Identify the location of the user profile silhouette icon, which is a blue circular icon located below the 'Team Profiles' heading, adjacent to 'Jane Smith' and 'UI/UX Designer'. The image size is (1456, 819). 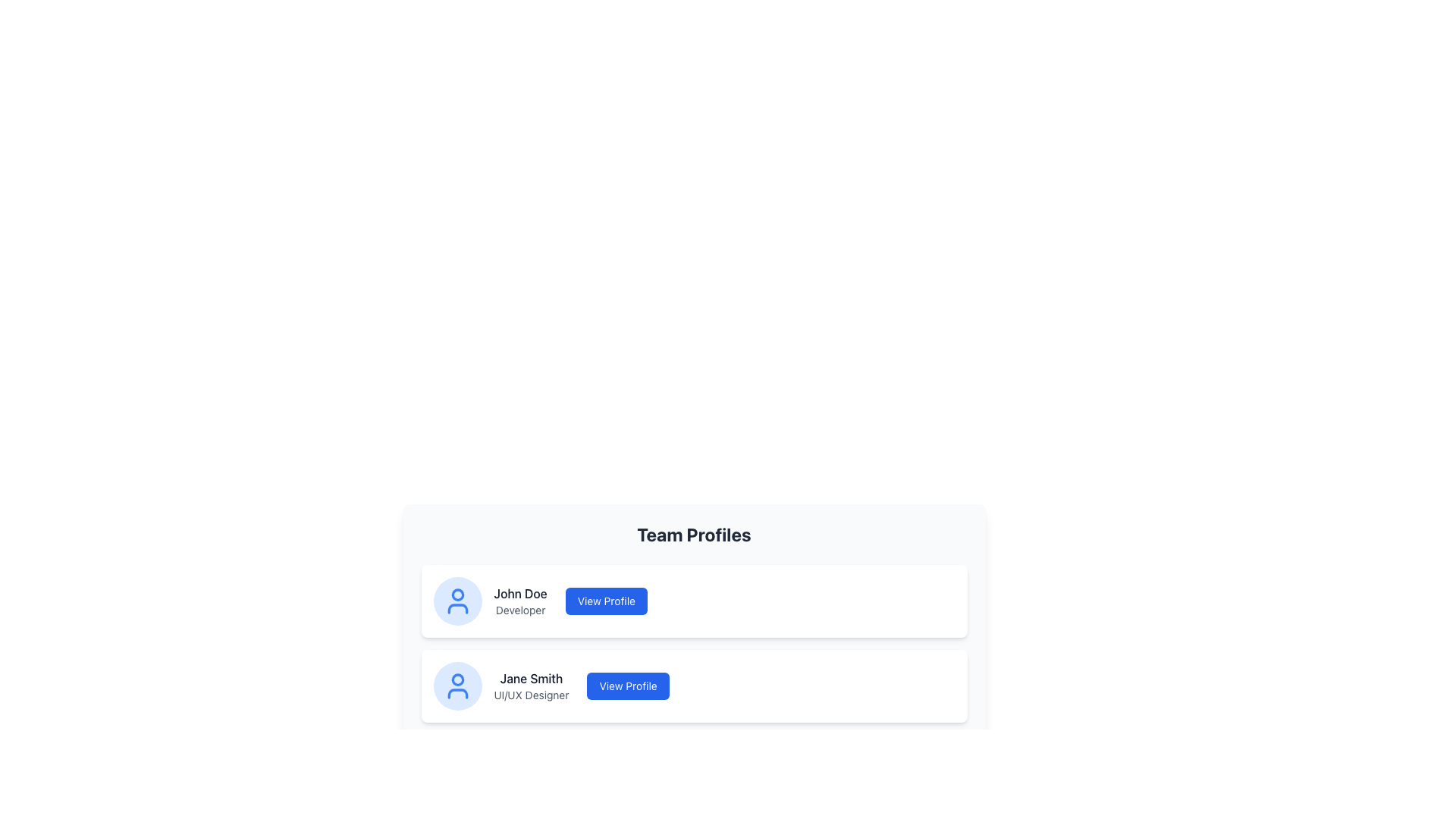
(457, 686).